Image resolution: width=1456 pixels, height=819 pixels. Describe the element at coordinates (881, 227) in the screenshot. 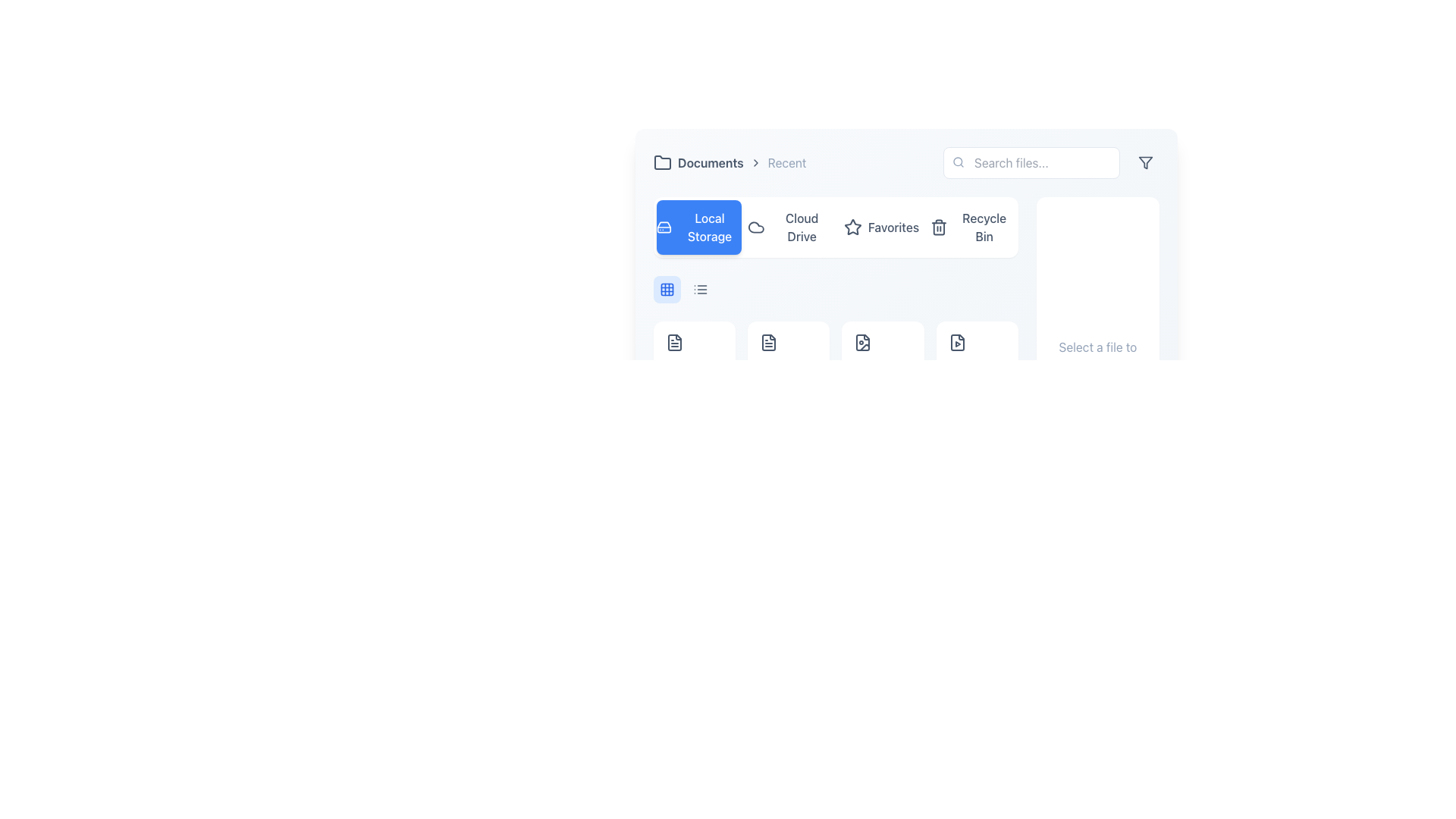

I see `the 'Favorites' button, which is a compact rectangular button with a star icon and text, located` at that location.